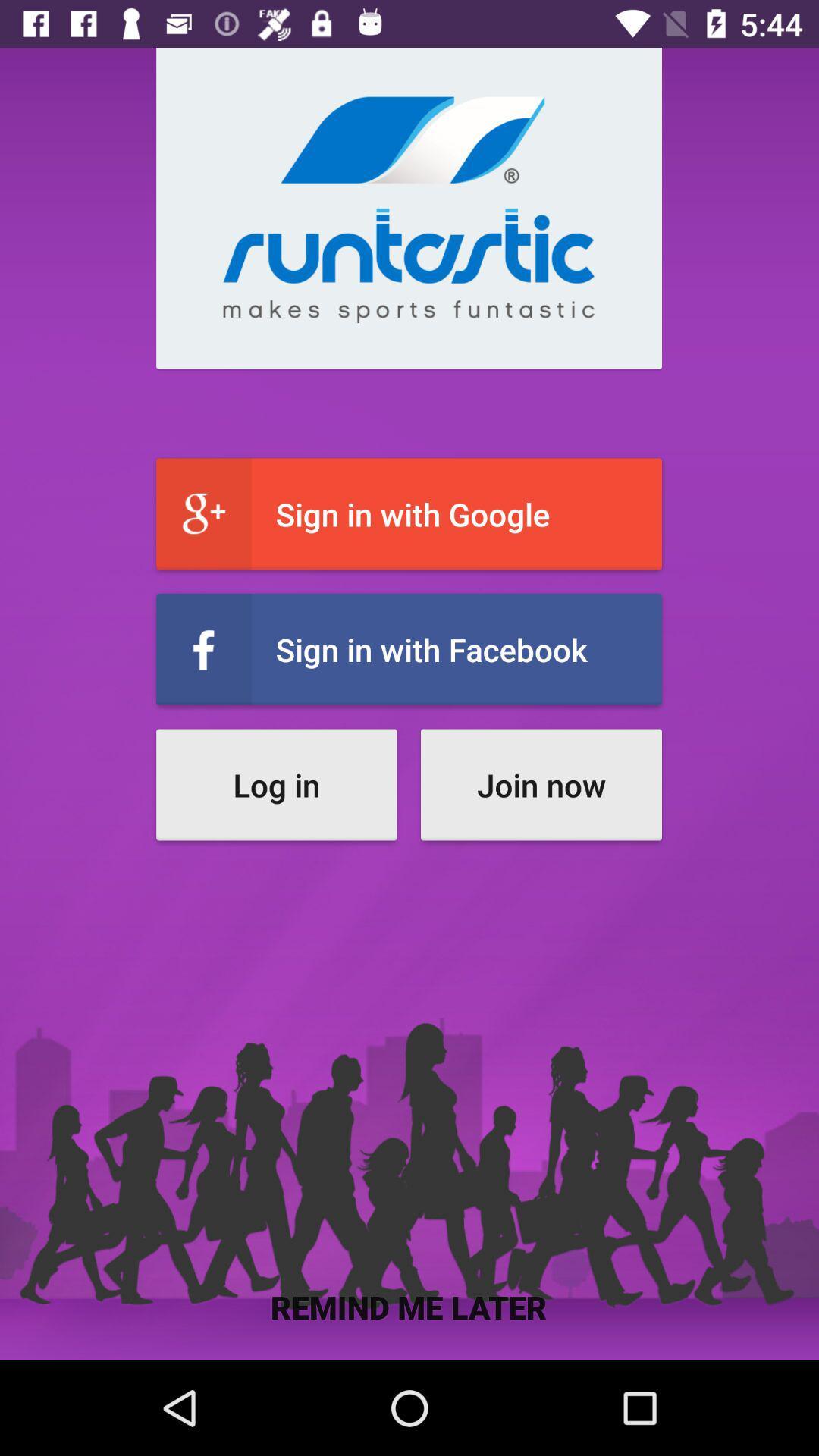 The width and height of the screenshot is (819, 1456). What do you see at coordinates (540, 785) in the screenshot?
I see `the item to the right of log in` at bounding box center [540, 785].